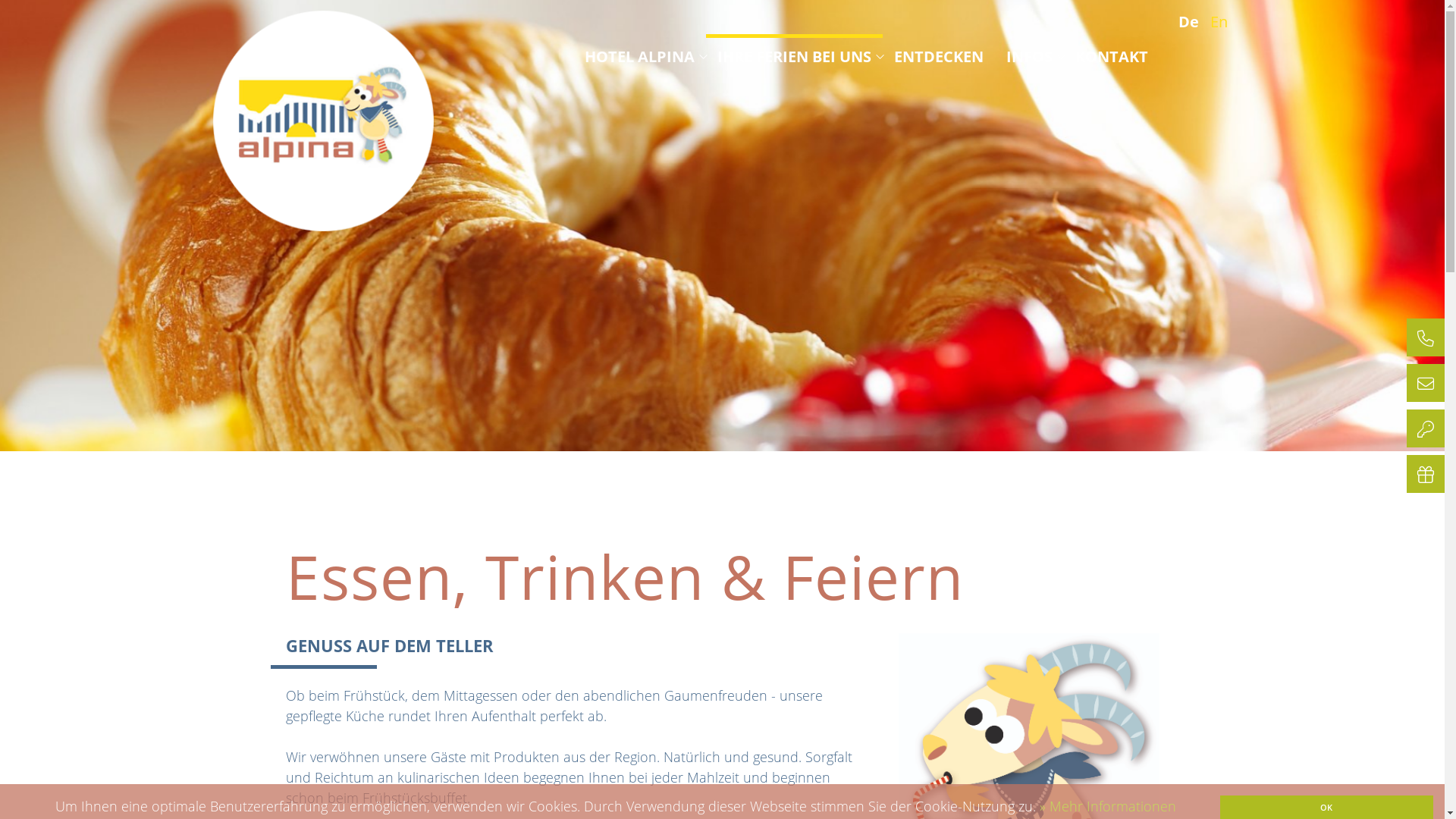  Describe the element at coordinates (639, 55) in the screenshot. I see `'HOTEL ALPINA'` at that location.